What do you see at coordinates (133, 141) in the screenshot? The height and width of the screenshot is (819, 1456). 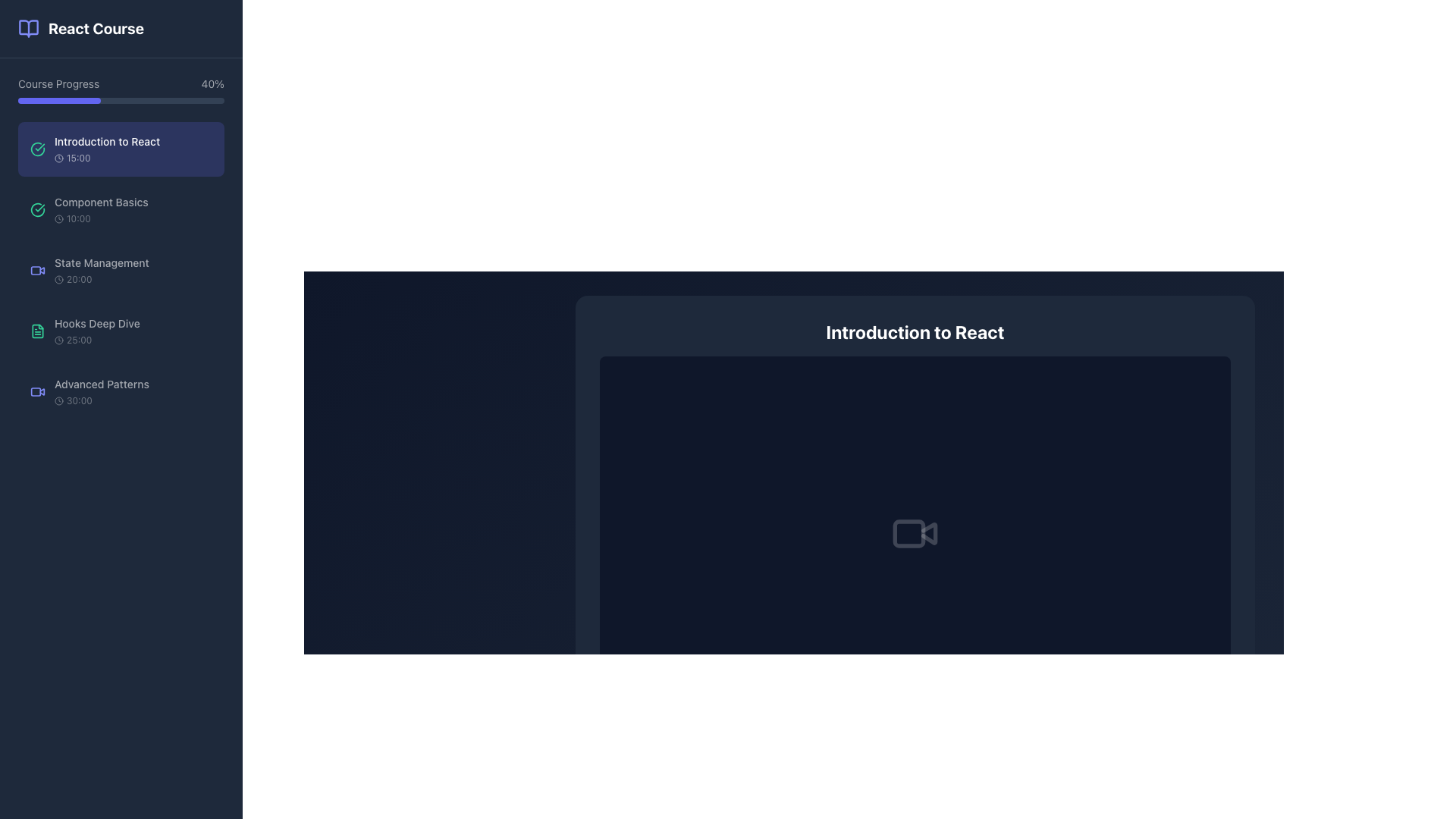 I see `text label displaying 'Introduction to React', which is the primary text label of the first course module in the left-hand sidebar, positioned below the 'Course Progress' bar` at bounding box center [133, 141].